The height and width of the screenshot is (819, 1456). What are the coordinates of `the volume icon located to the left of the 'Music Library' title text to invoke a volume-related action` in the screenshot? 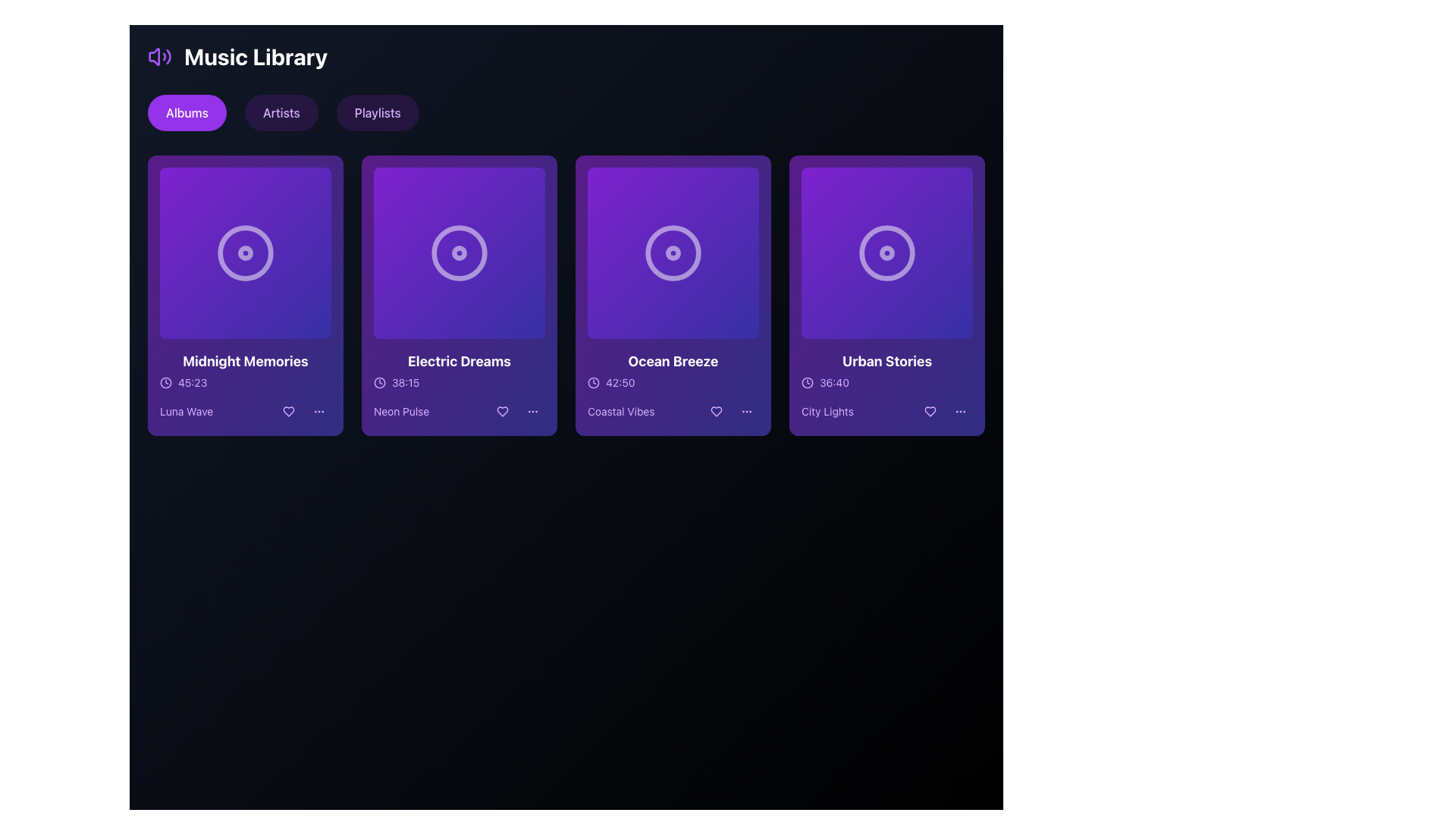 It's located at (160, 55).